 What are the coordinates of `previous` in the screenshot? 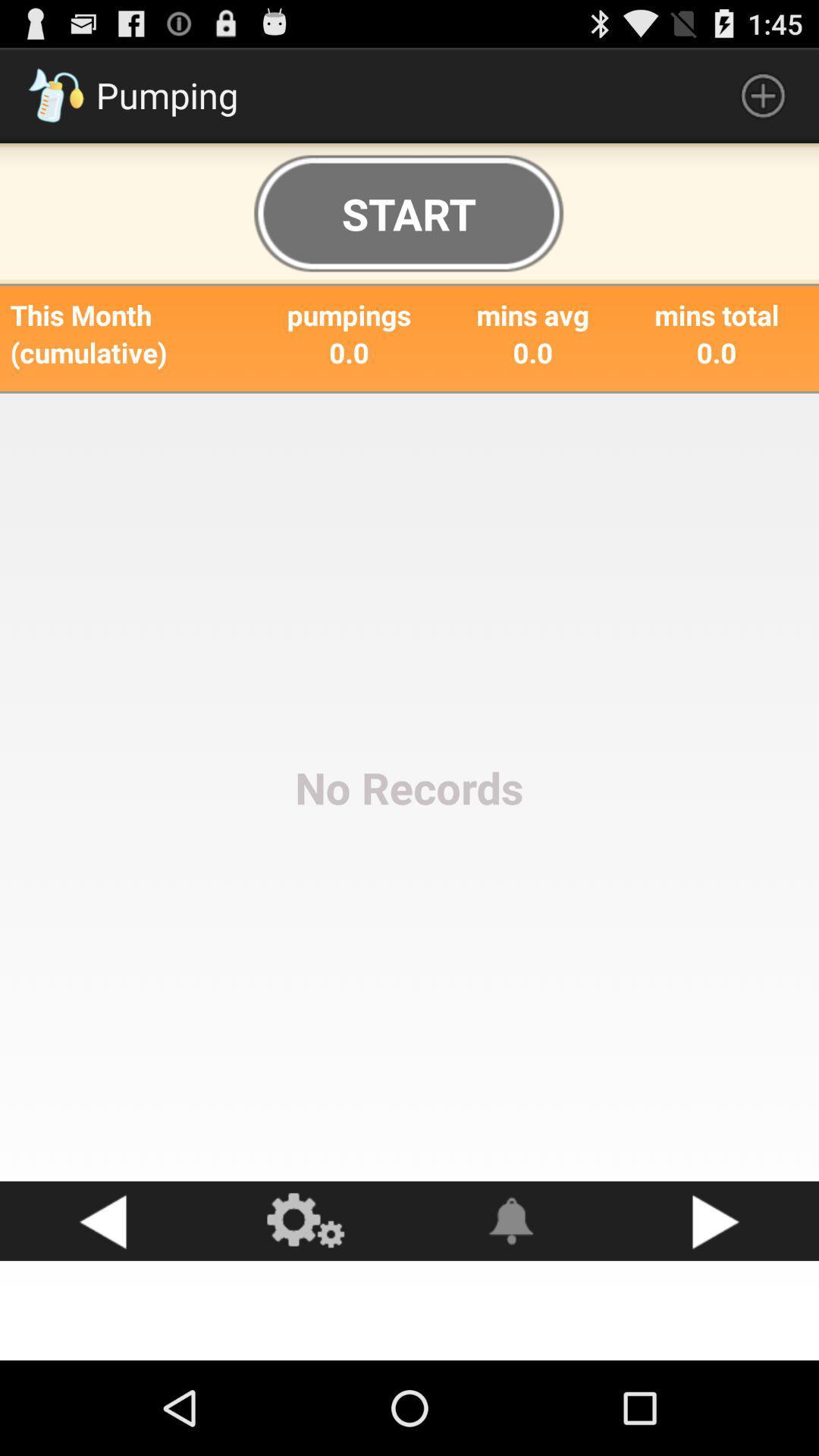 It's located at (102, 1221).